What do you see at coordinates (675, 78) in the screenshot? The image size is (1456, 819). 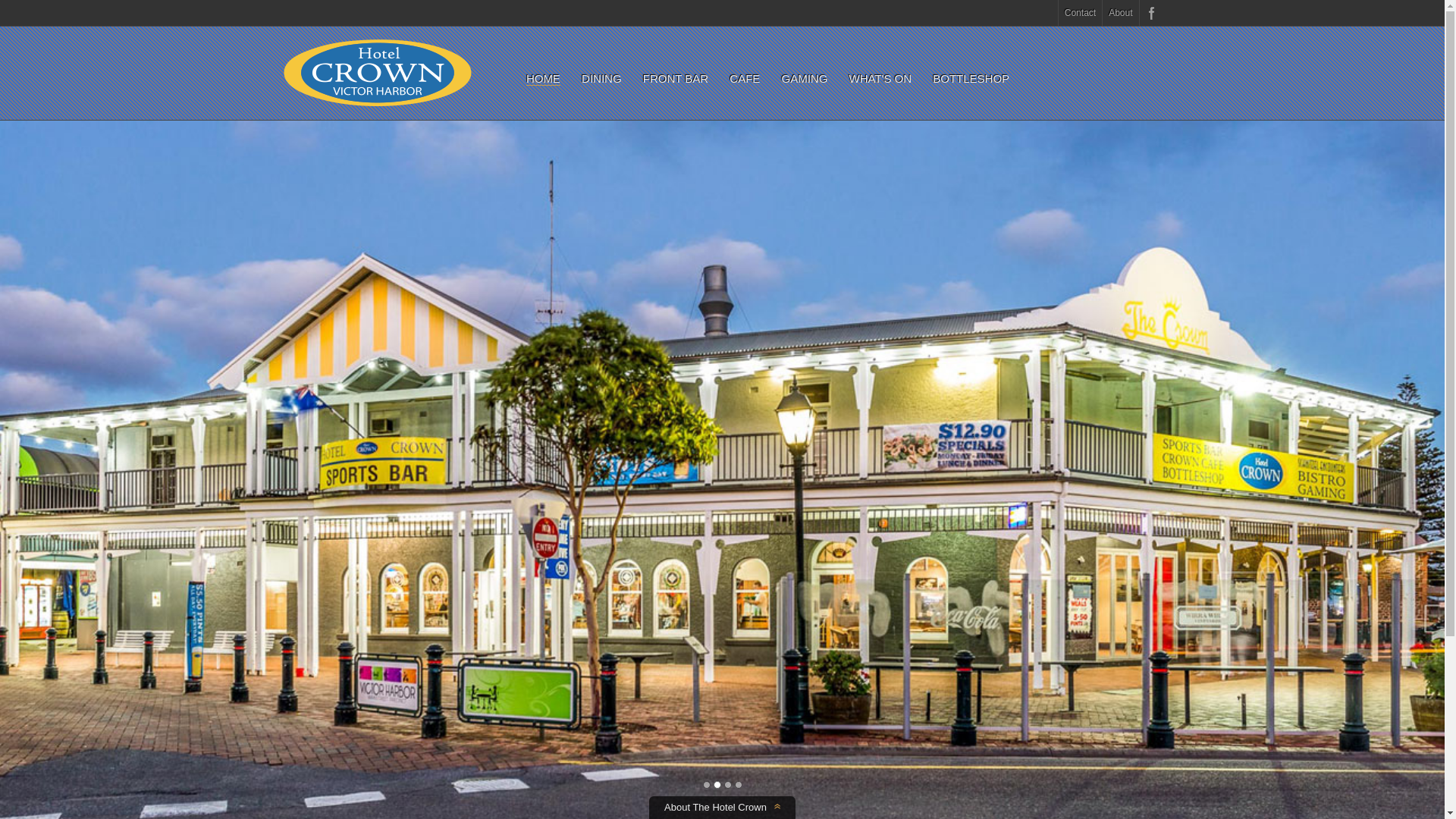 I see `'FRONT BAR'` at bounding box center [675, 78].